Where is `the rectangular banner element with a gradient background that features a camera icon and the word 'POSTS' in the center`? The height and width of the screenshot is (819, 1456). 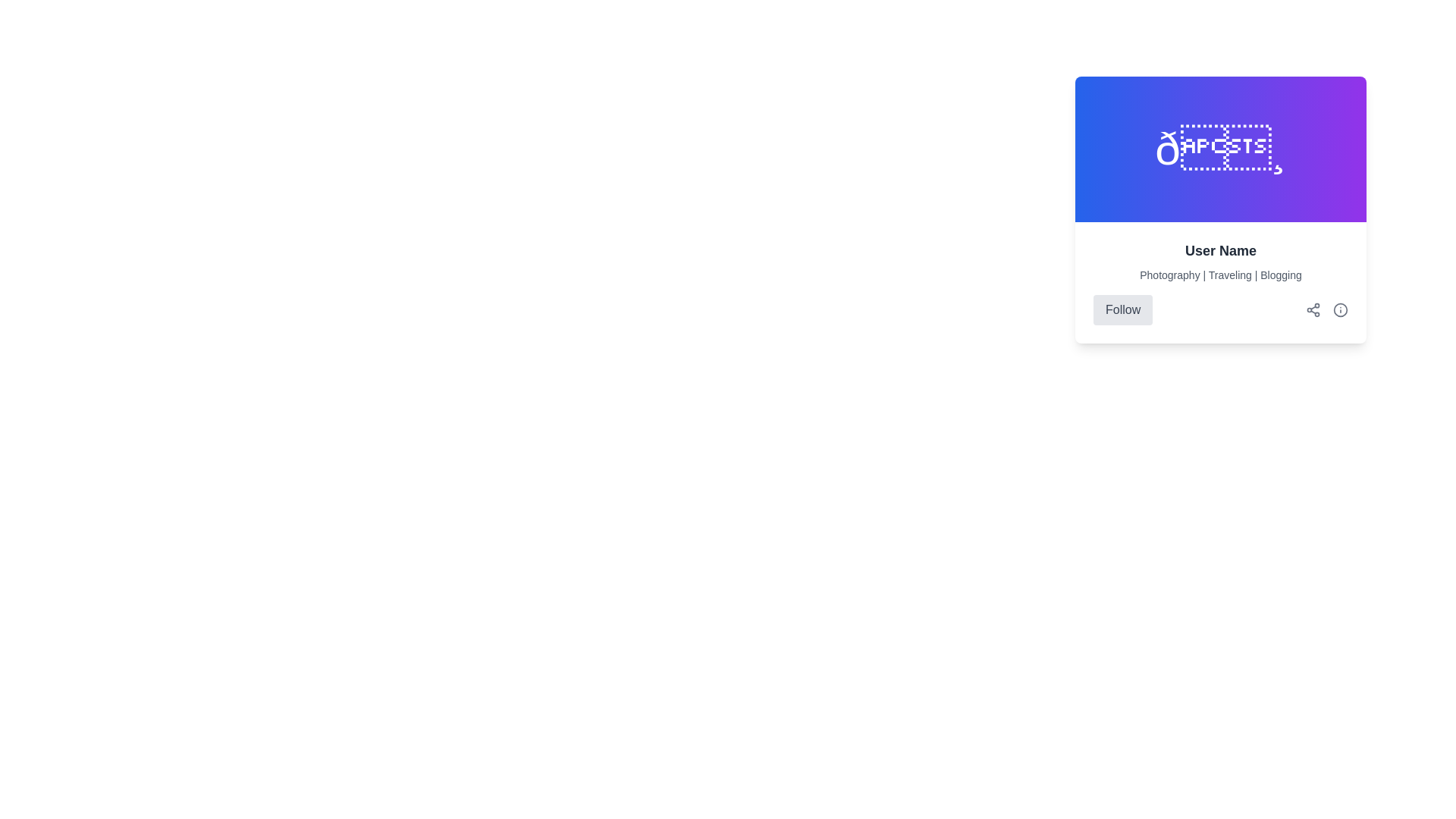
the rectangular banner element with a gradient background that features a camera icon and the word 'POSTS' in the center is located at coordinates (1220, 149).